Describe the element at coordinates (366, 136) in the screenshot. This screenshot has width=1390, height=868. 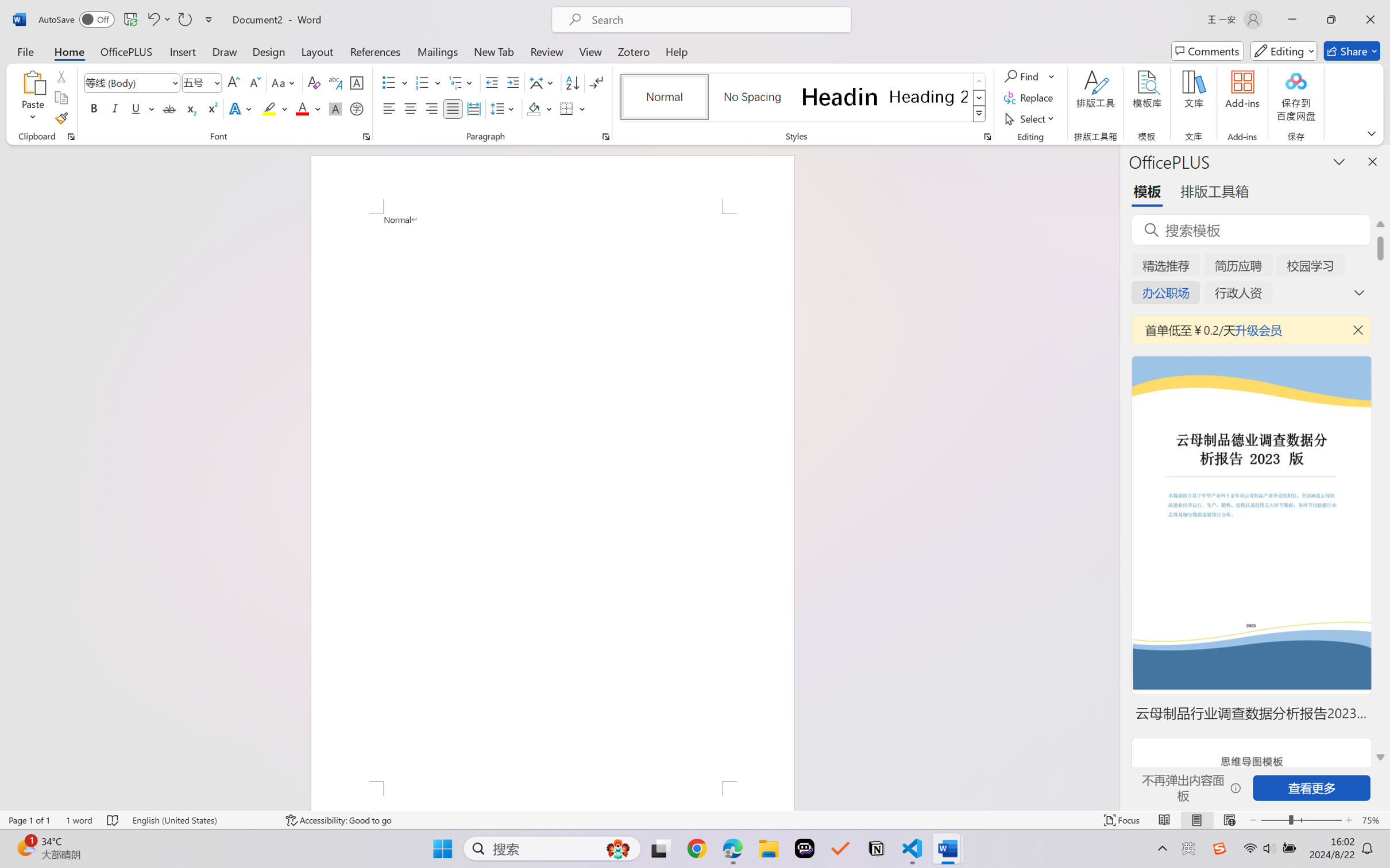
I see `'Font...'` at that location.